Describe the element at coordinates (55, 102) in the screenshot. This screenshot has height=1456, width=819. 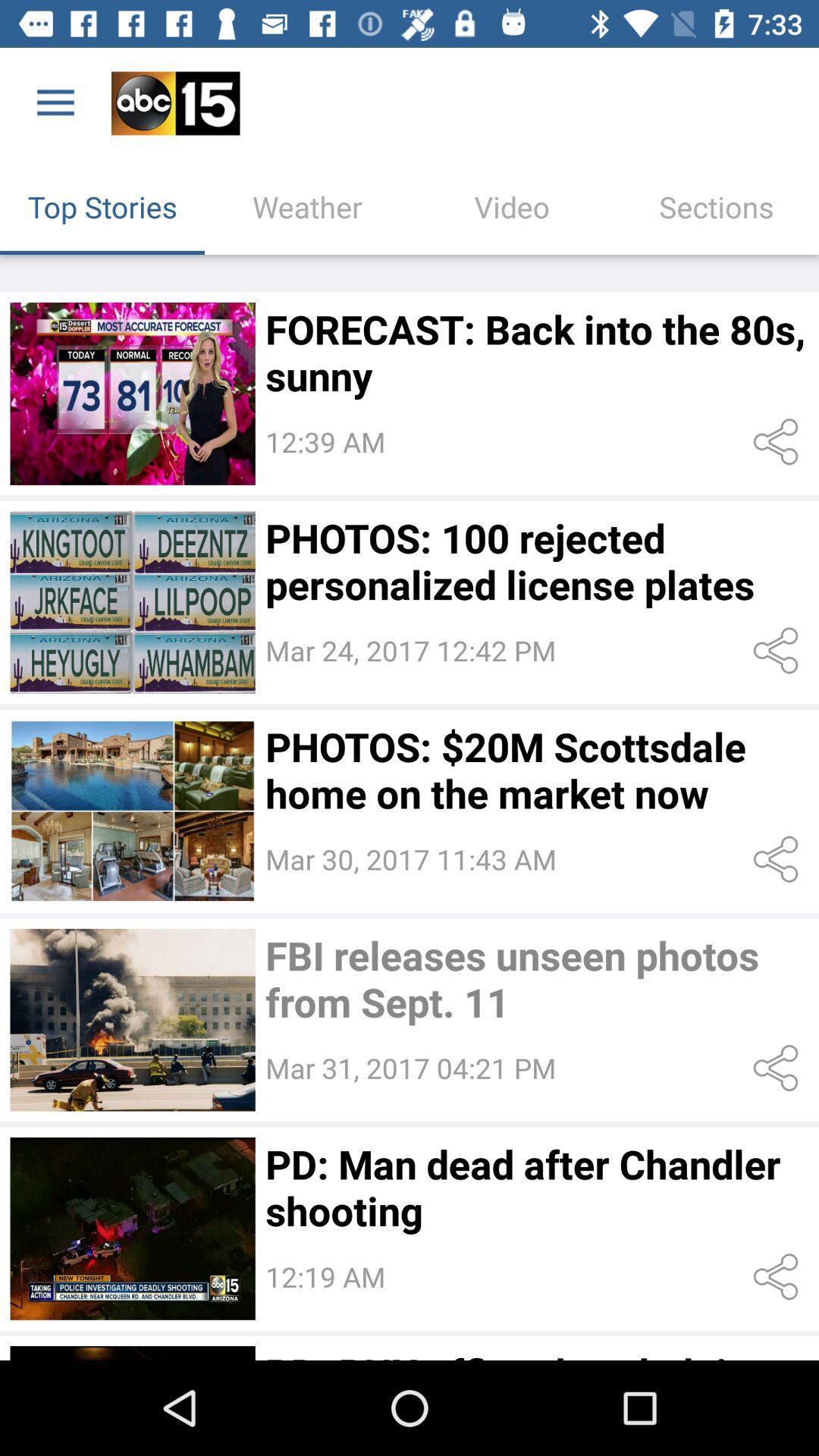
I see `the icon above top stories icon` at that location.